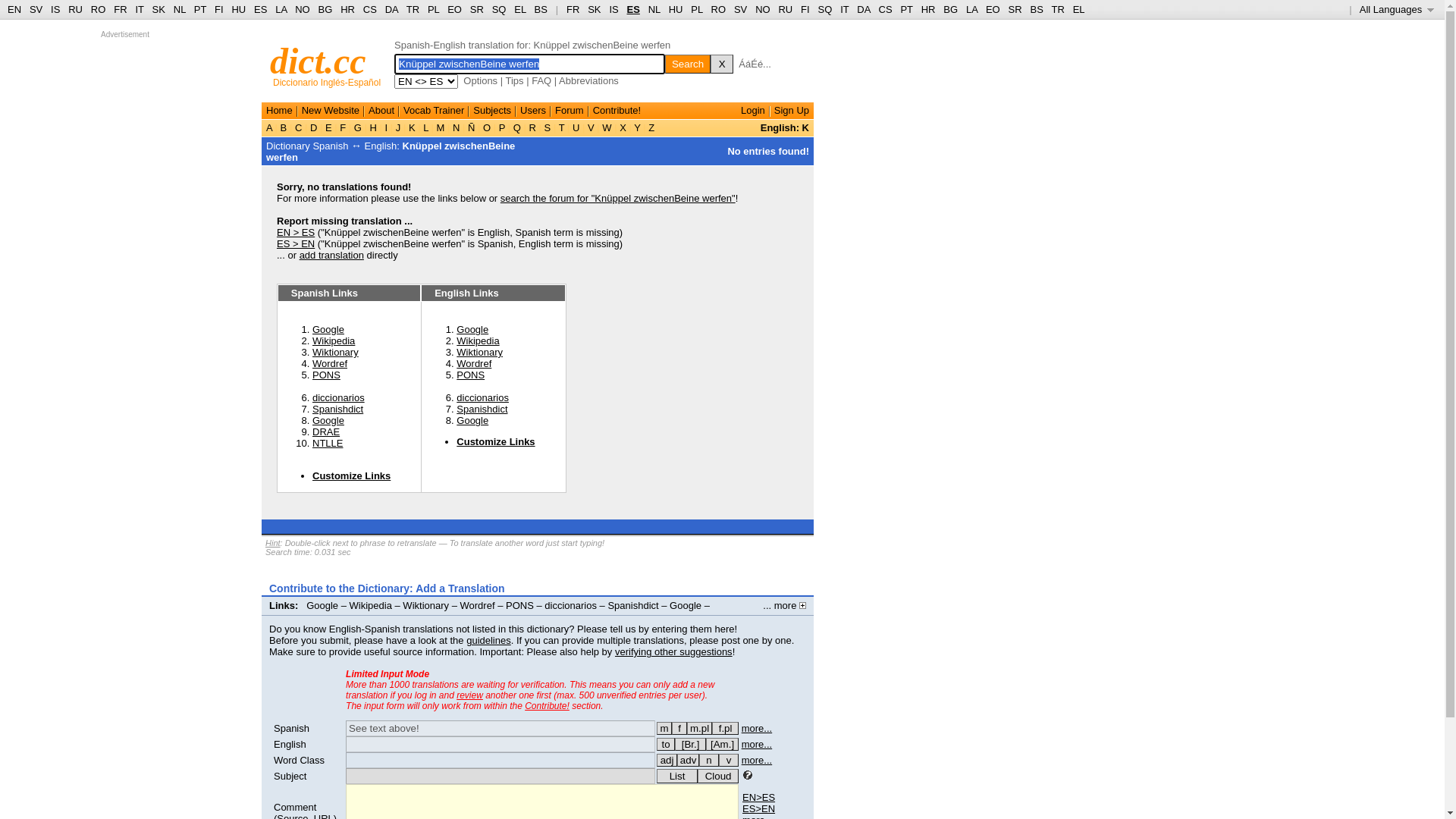 The height and width of the screenshot is (819, 1456). I want to click on 'review', so click(469, 695).